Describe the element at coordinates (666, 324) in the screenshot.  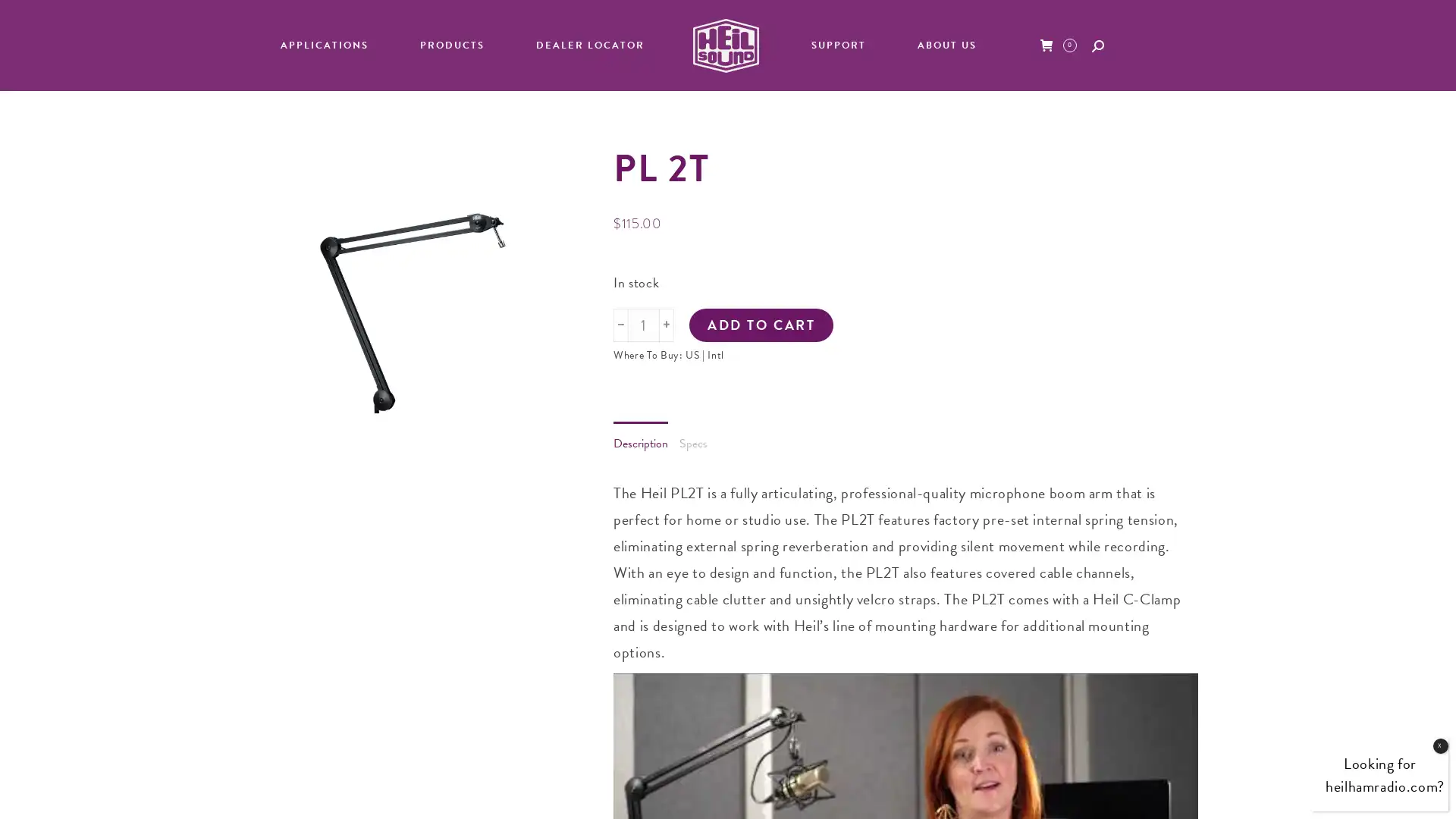
I see `+` at that location.